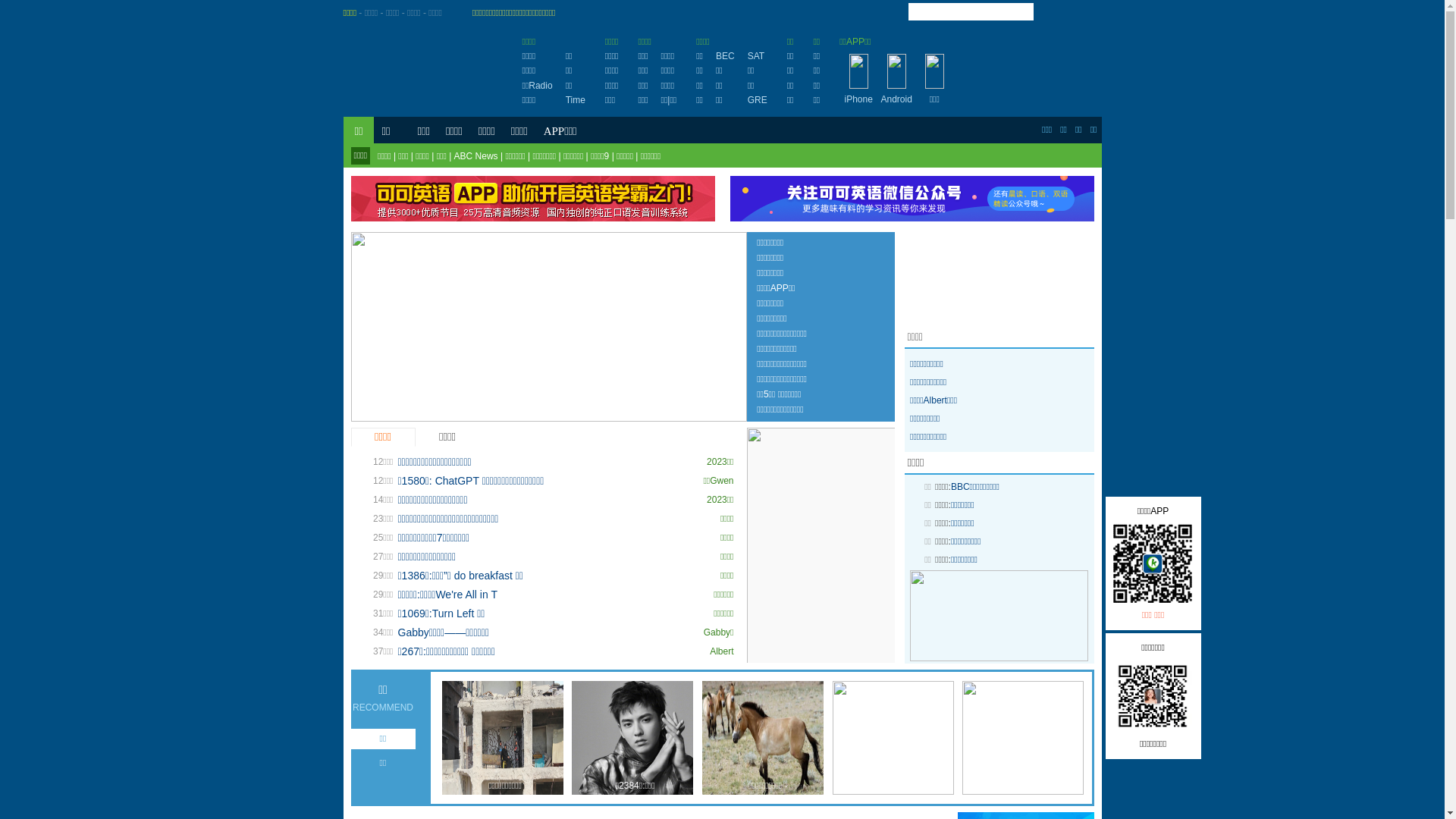 The height and width of the screenshot is (819, 1456). What do you see at coordinates (858, 99) in the screenshot?
I see `'iPhone'` at bounding box center [858, 99].